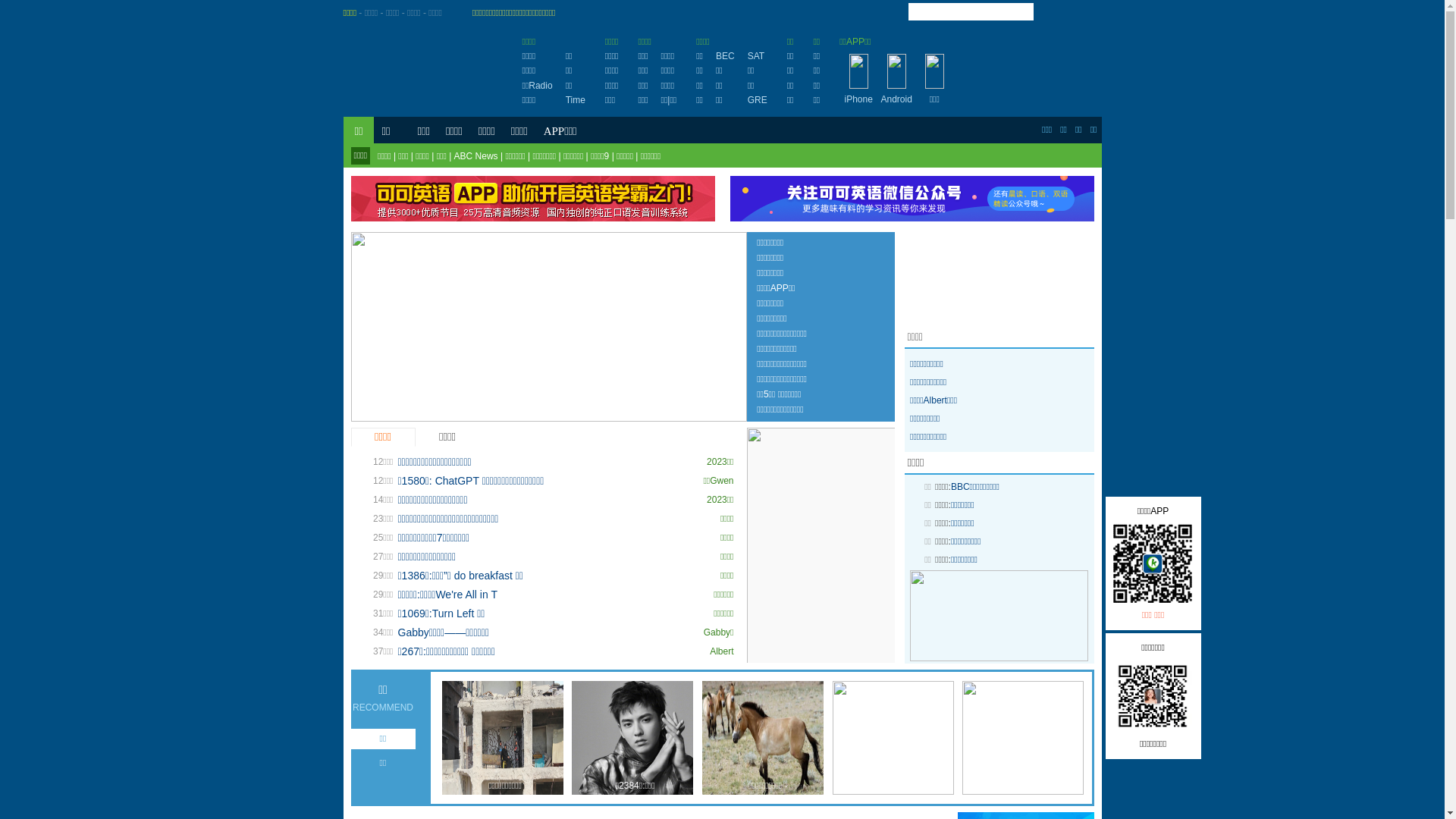 The height and width of the screenshot is (819, 1456). What do you see at coordinates (858, 99) in the screenshot?
I see `'iPhone'` at bounding box center [858, 99].